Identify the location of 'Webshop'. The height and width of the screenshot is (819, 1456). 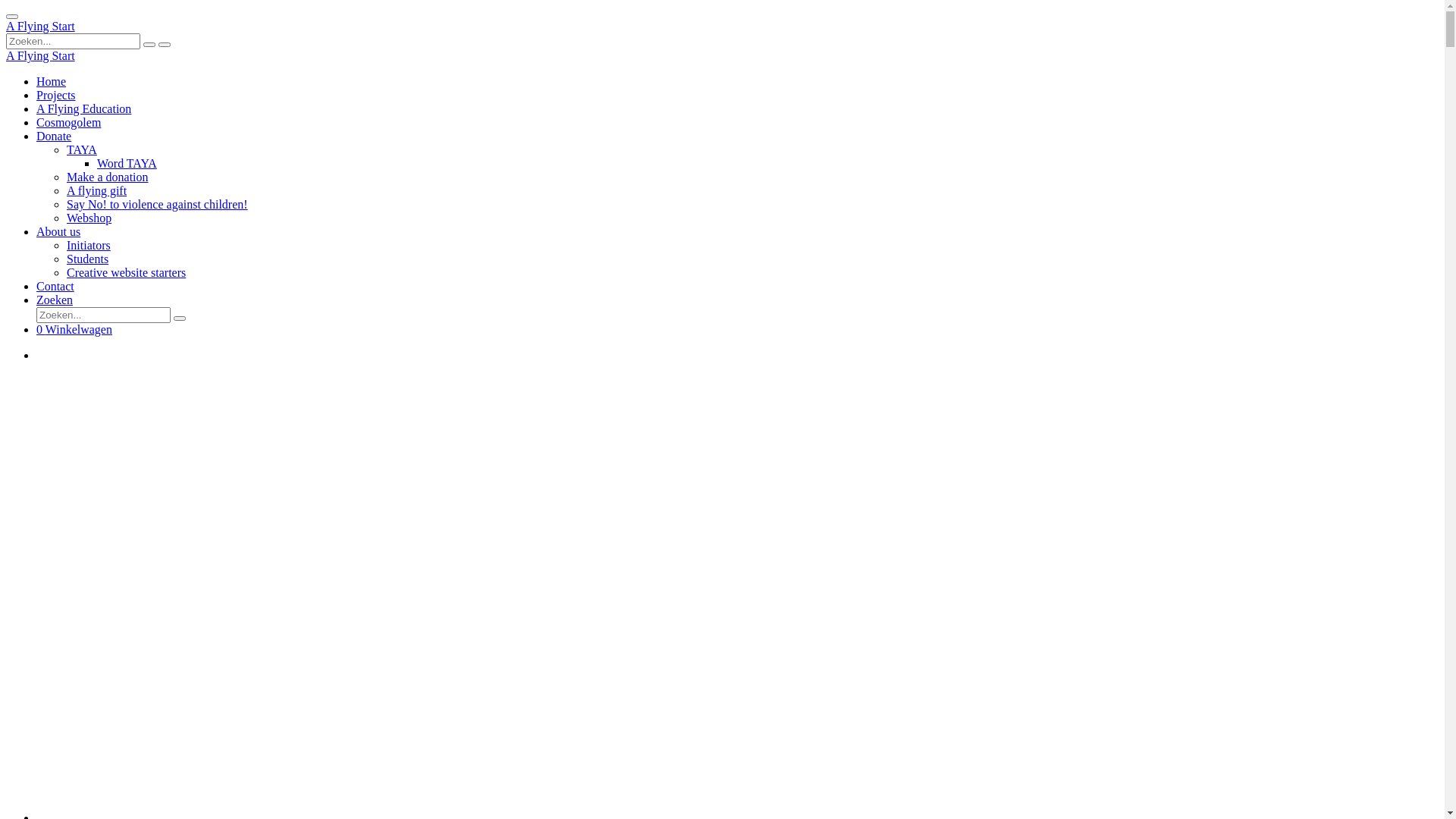
(88, 218).